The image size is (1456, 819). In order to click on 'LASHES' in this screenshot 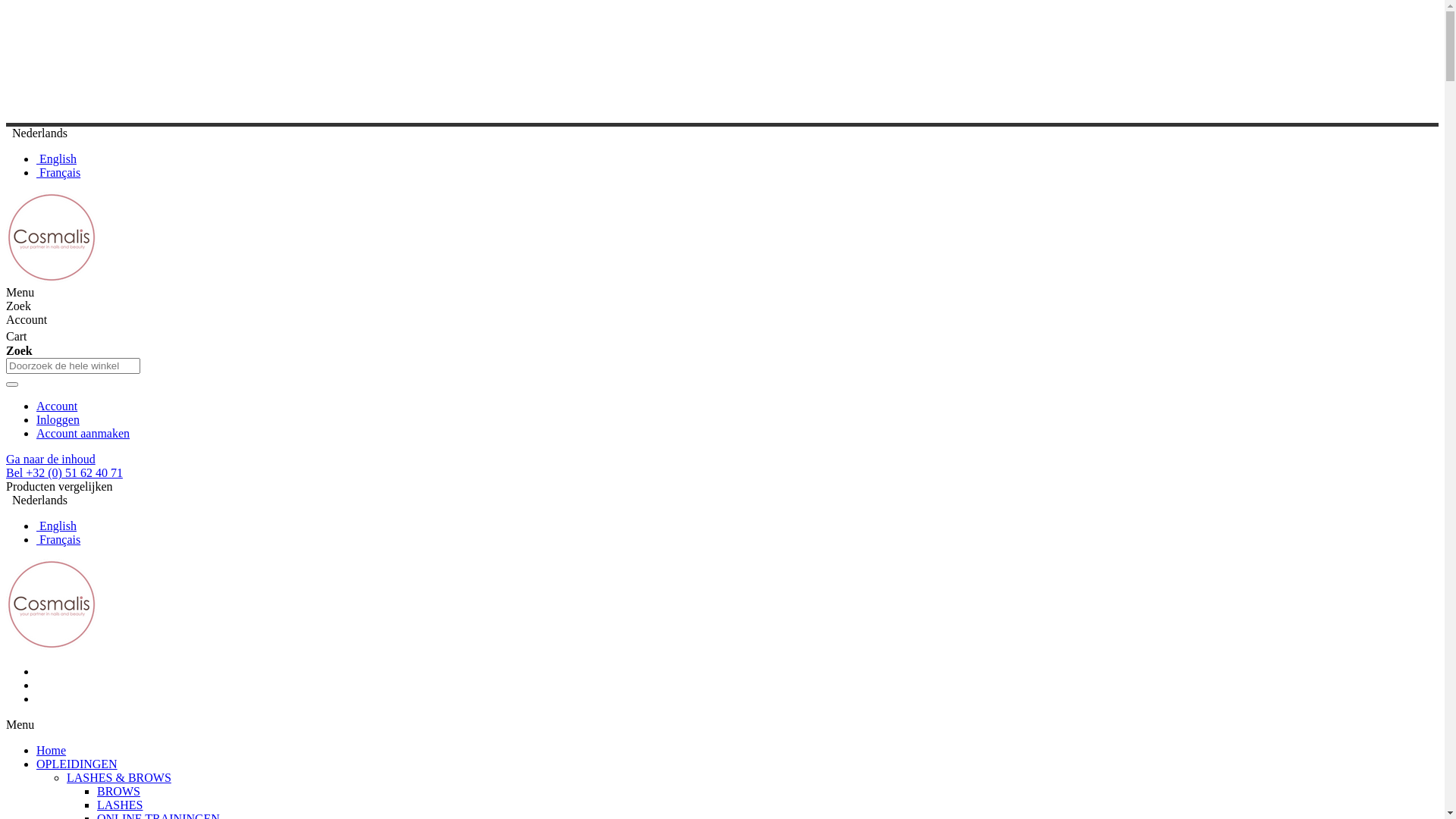, I will do `click(96, 804)`.